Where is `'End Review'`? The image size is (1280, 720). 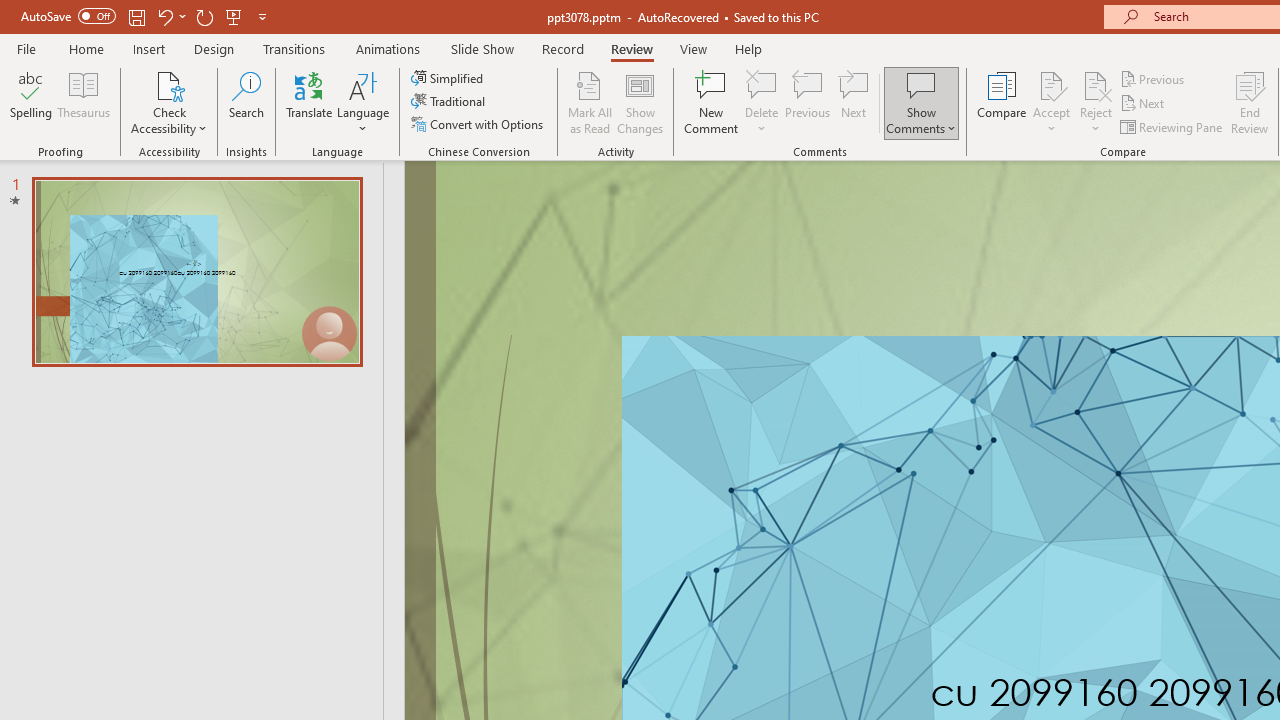
'End Review' is located at coordinates (1248, 103).